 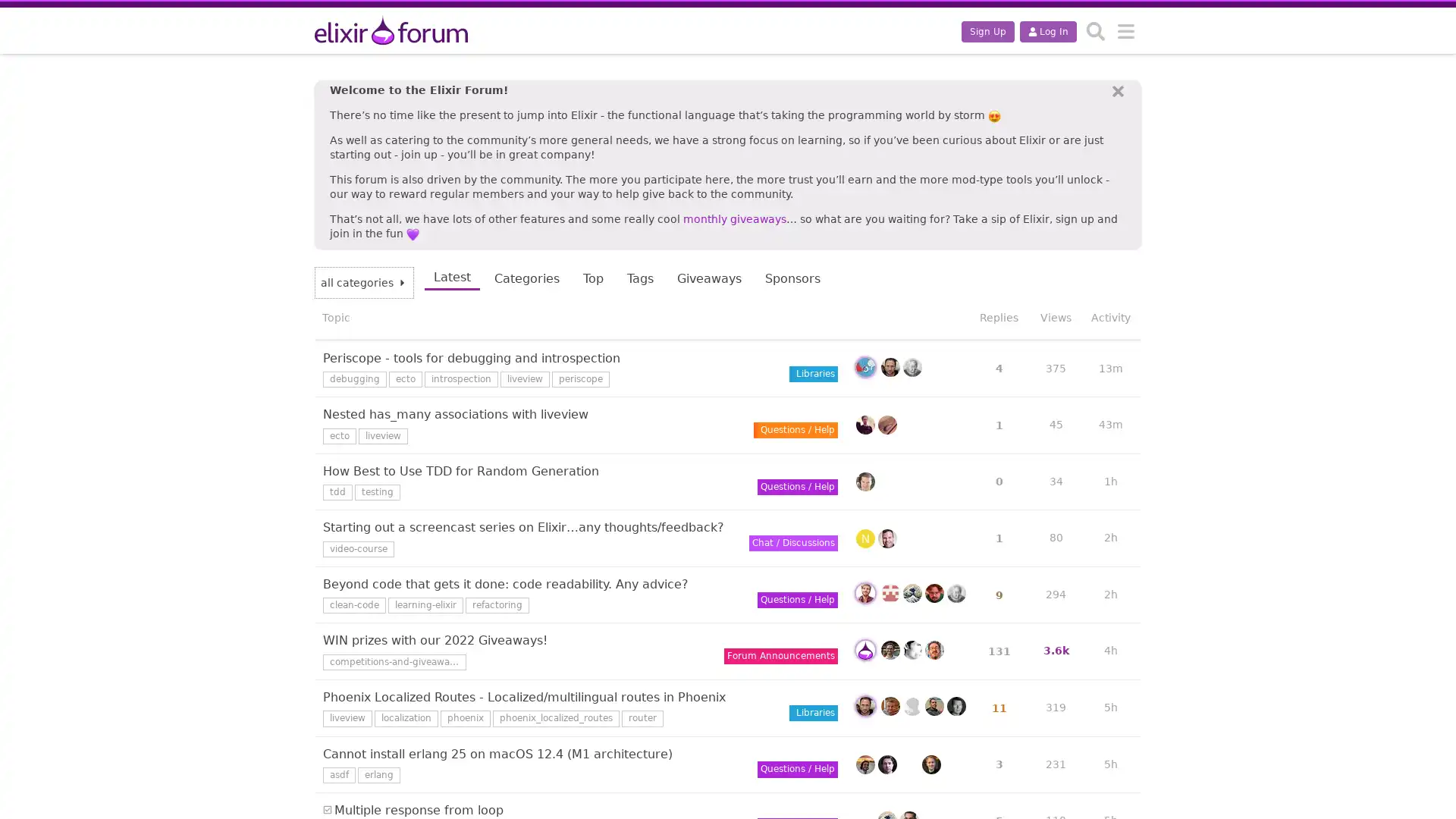 I want to click on Sort by activity, so click(x=1037, y=431).